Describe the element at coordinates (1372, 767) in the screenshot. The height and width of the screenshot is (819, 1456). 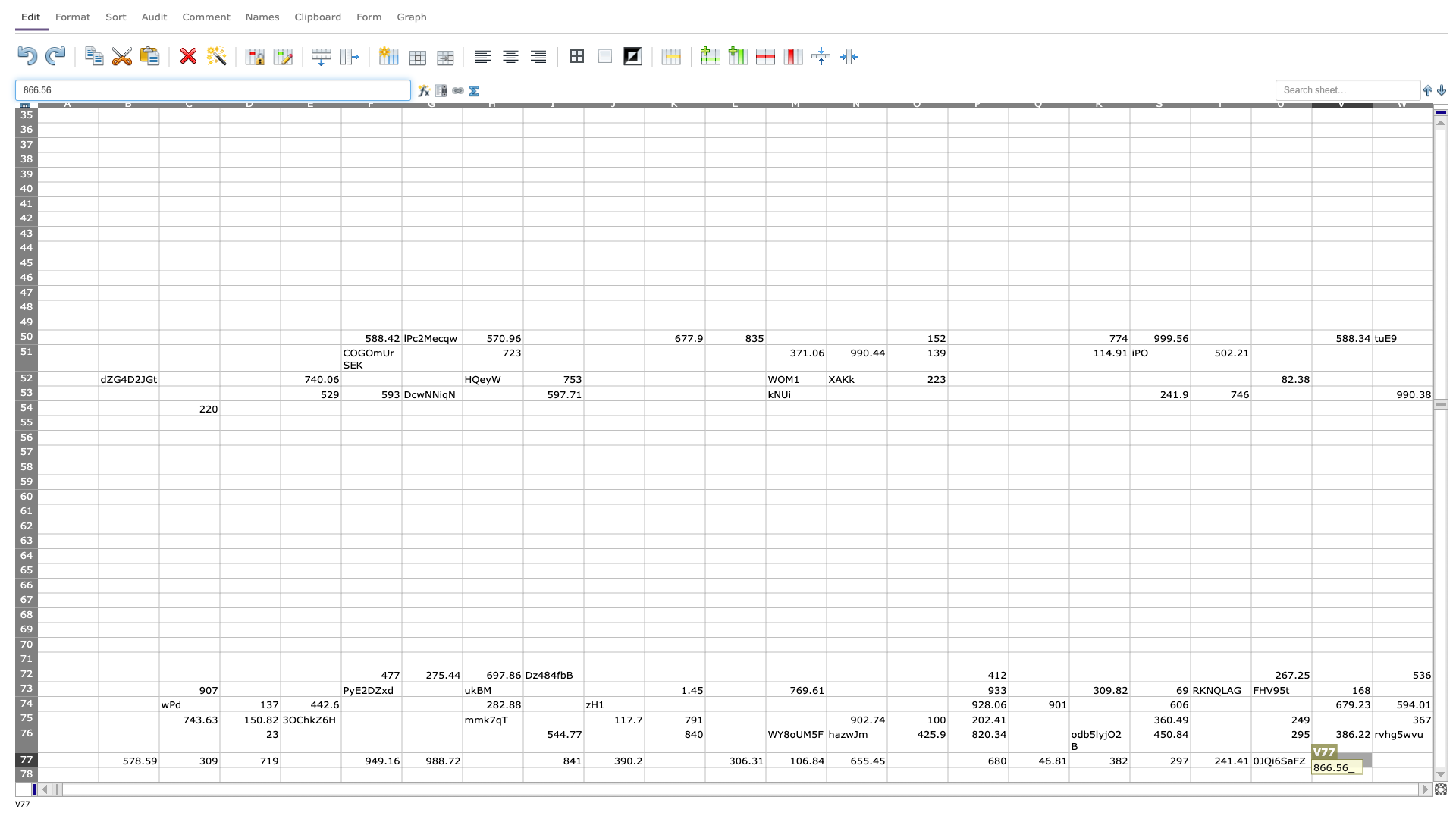
I see `Top left corner of W-78` at that location.